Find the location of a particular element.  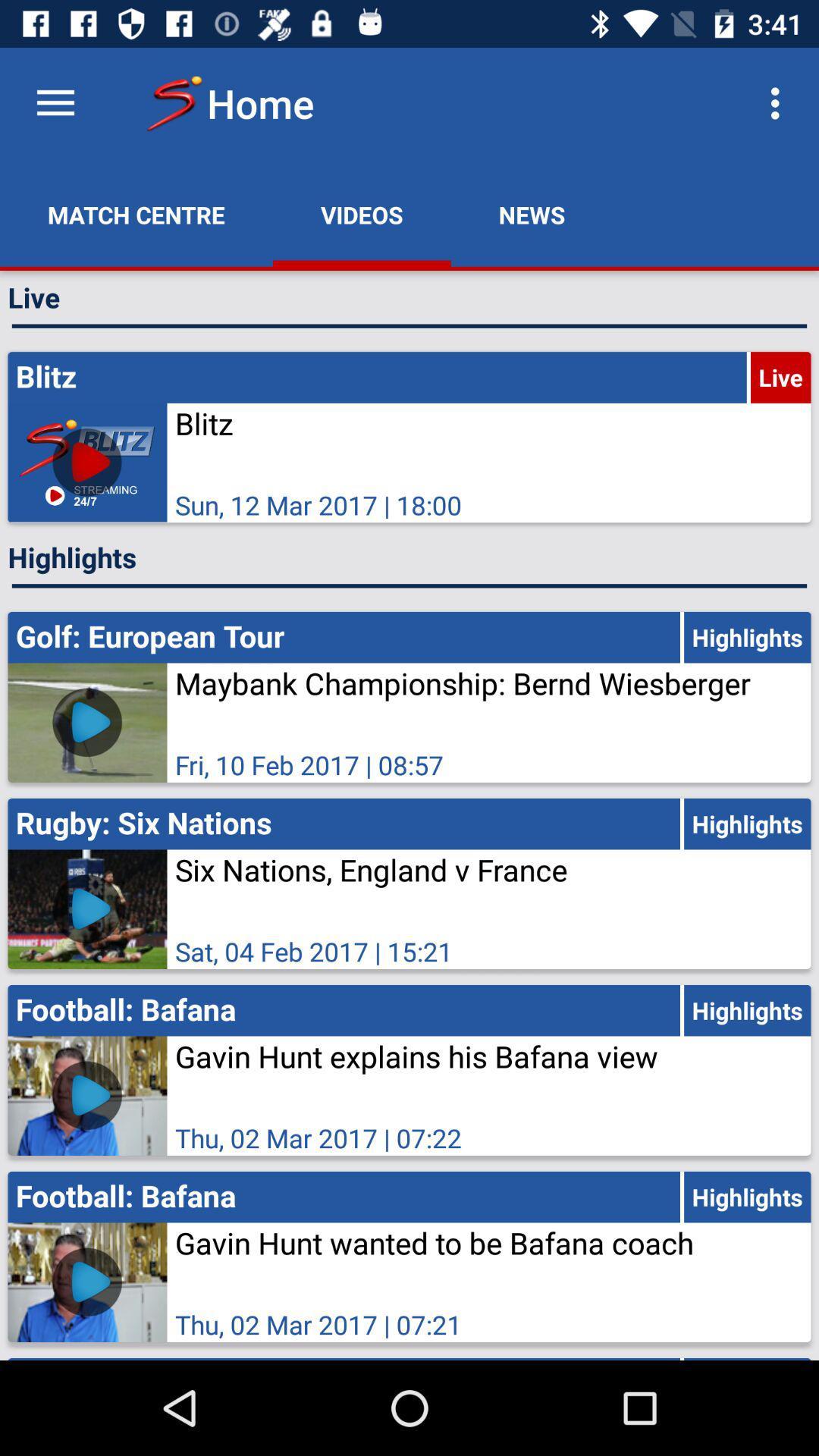

app next to match centre app is located at coordinates (362, 214).